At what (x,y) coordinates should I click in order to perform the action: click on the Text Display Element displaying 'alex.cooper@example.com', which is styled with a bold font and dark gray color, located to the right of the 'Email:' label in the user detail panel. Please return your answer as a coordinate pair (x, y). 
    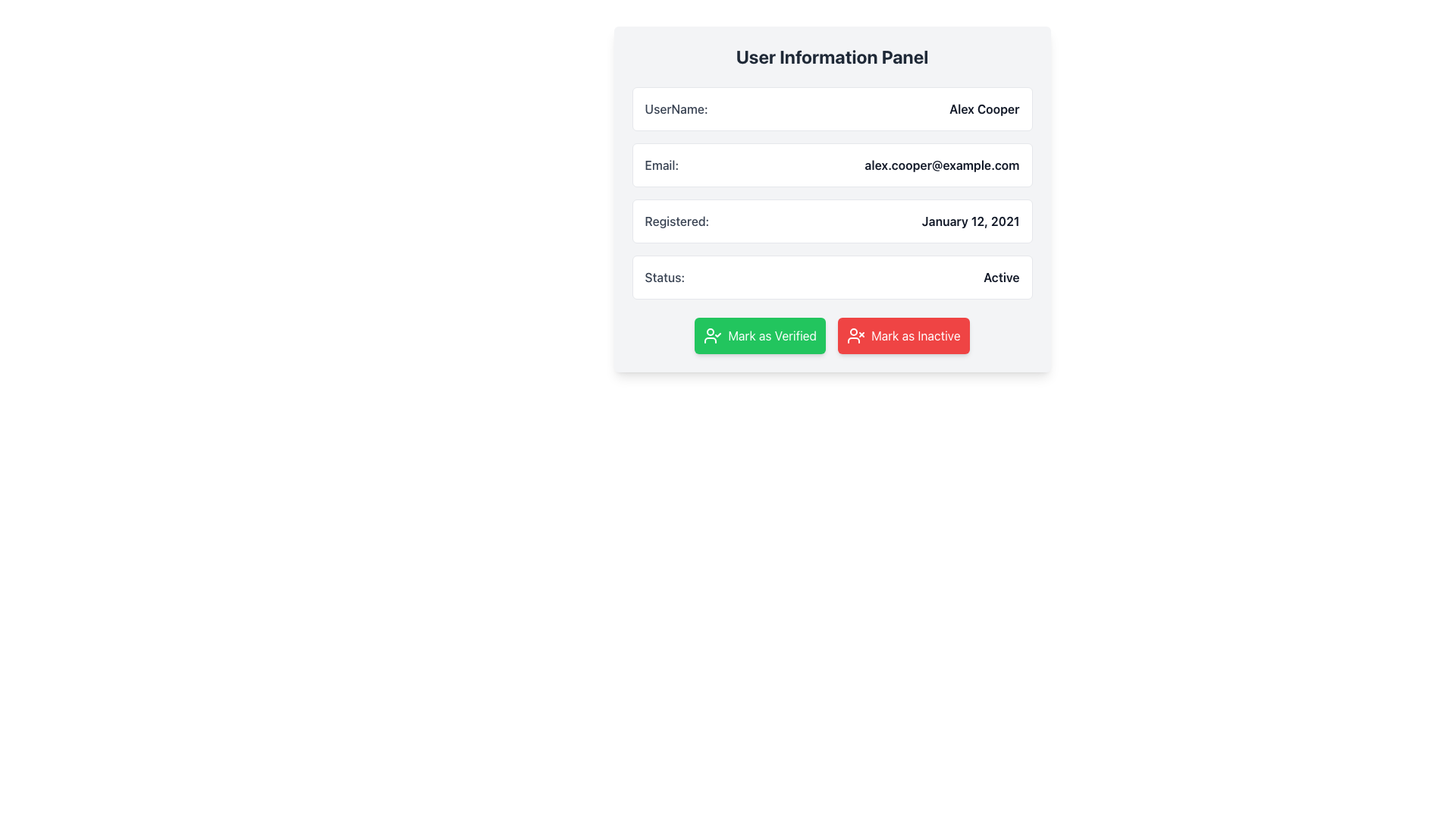
    Looking at the image, I should click on (941, 165).